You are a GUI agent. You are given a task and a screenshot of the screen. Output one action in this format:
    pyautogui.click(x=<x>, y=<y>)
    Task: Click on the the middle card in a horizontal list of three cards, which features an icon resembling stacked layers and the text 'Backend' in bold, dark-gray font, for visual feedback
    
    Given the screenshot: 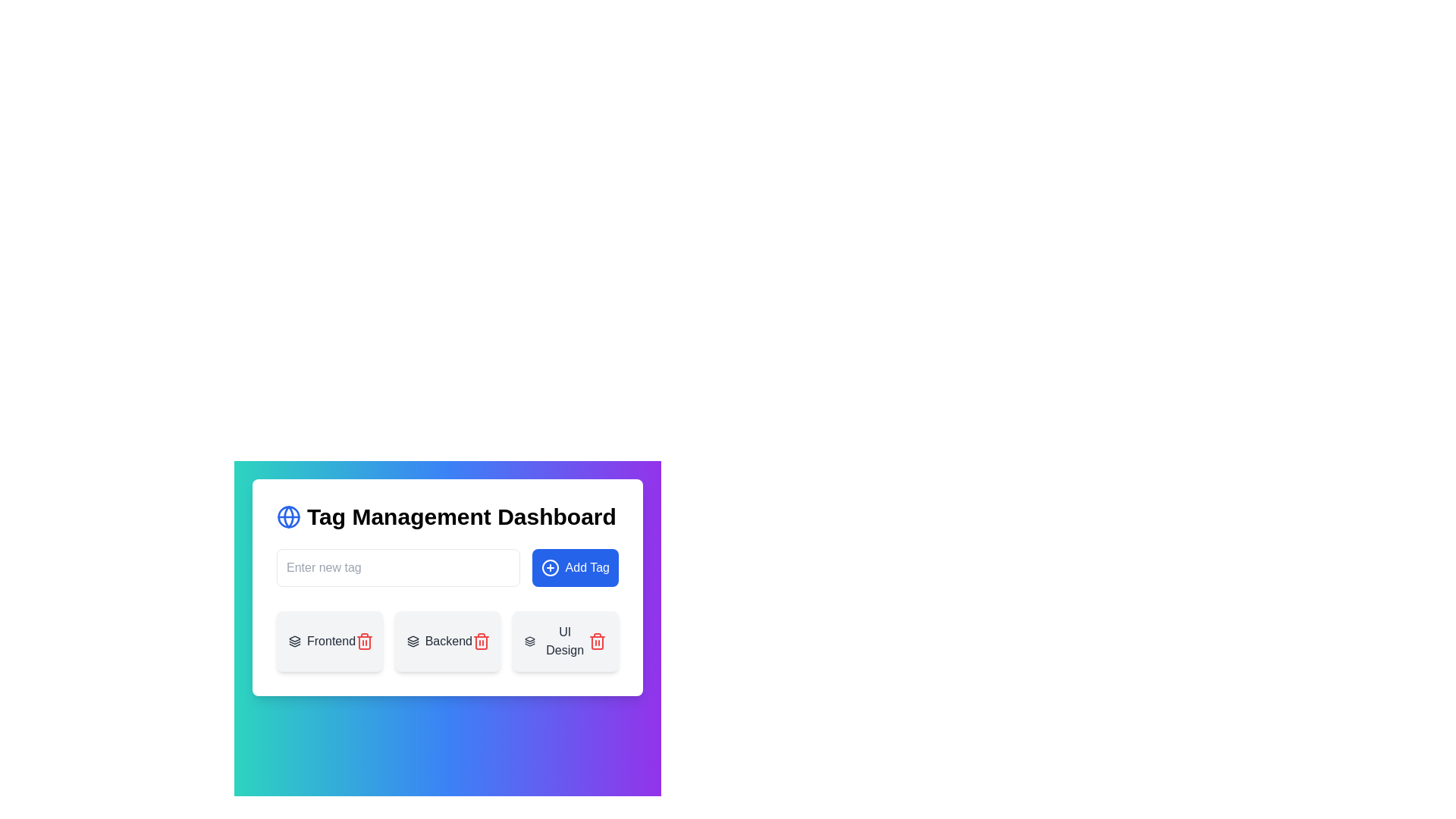 What is the action you would take?
    pyautogui.click(x=447, y=641)
    